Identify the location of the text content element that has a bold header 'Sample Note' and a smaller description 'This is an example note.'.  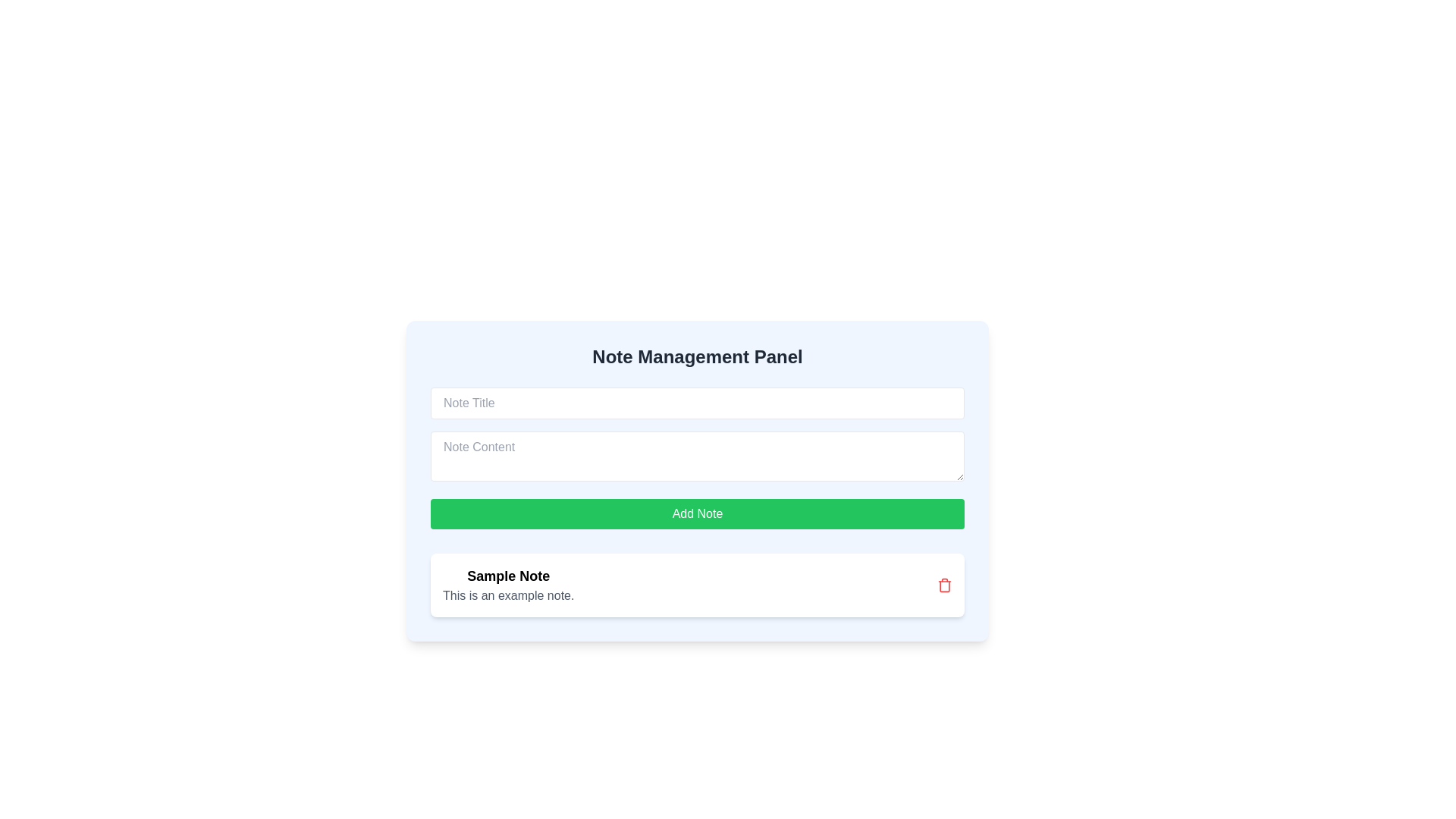
(508, 584).